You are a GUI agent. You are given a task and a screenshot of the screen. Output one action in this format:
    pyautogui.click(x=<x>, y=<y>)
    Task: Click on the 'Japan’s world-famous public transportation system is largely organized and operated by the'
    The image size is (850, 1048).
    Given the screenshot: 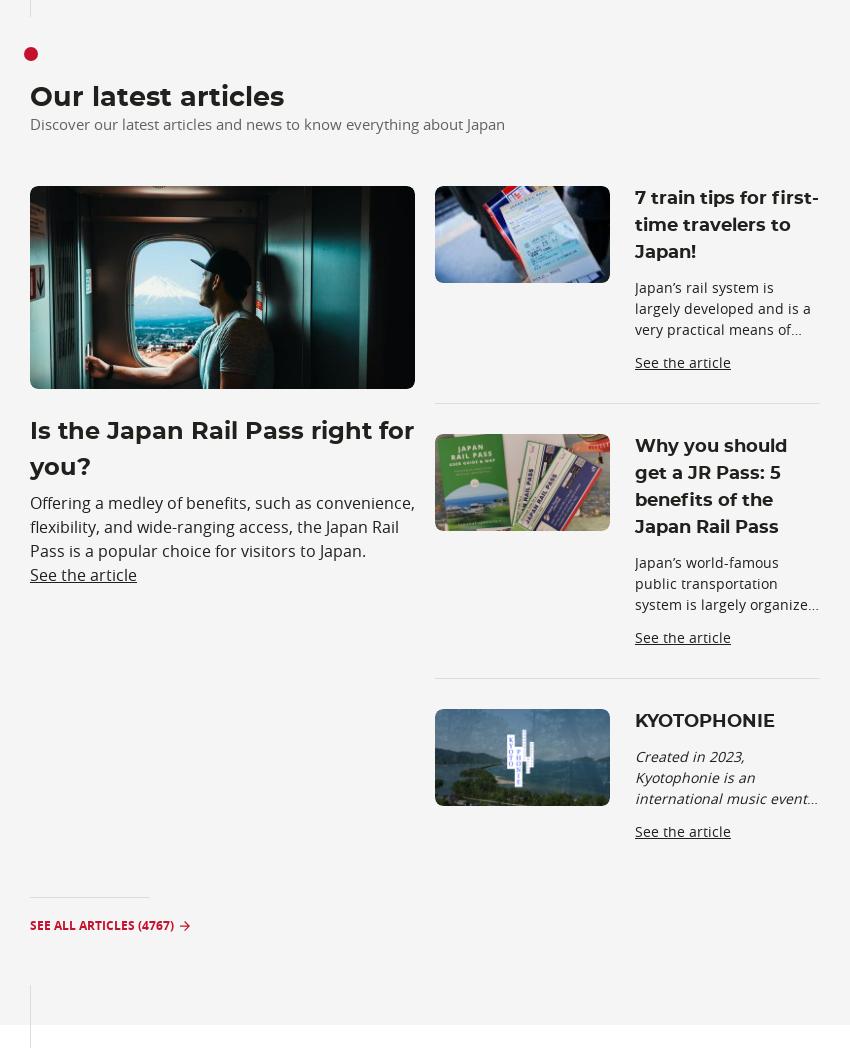 What is the action you would take?
    pyautogui.click(x=725, y=594)
    